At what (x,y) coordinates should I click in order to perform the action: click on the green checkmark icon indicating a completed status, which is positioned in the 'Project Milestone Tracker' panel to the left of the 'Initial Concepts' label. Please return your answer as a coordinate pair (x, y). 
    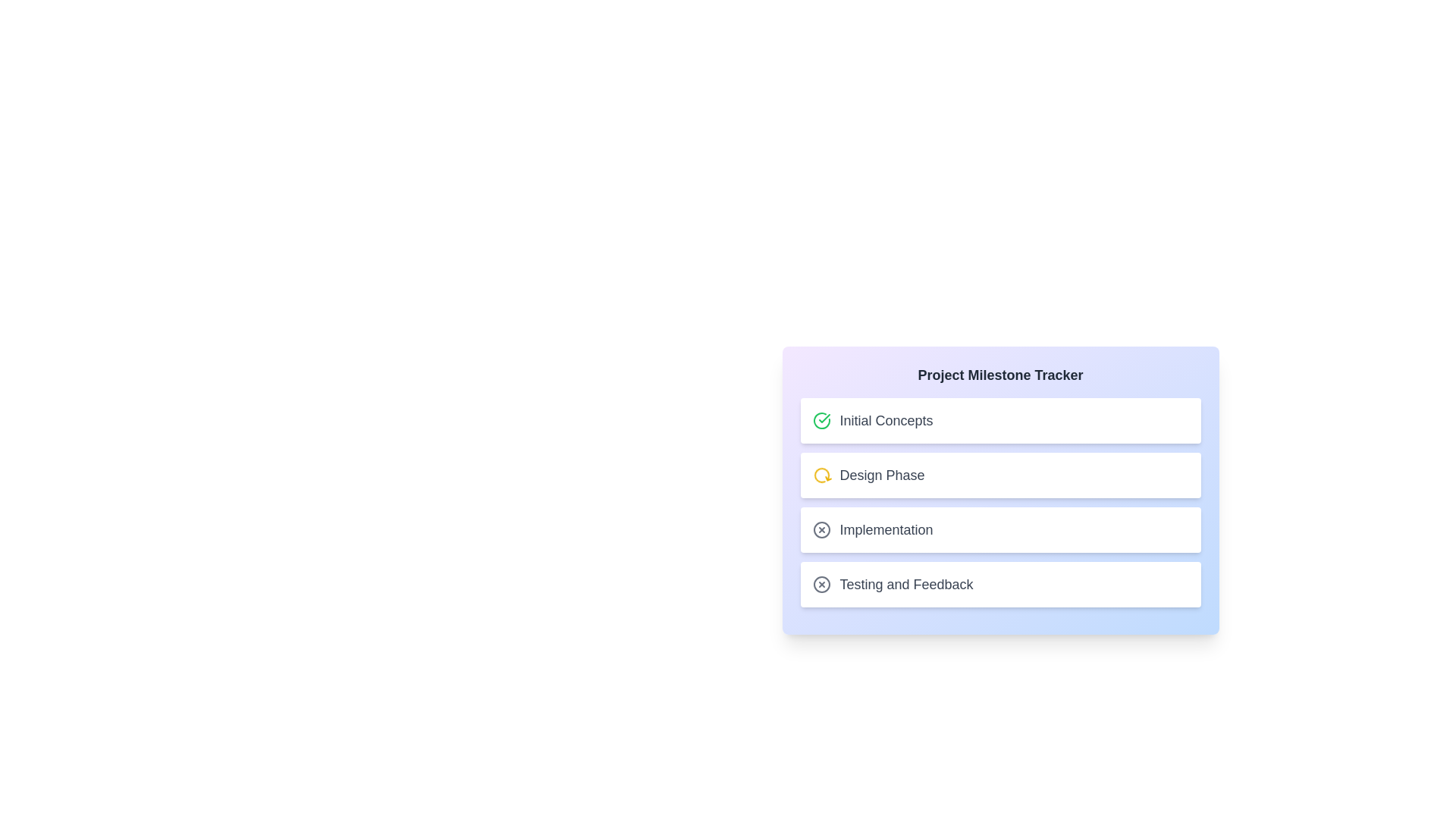
    Looking at the image, I should click on (823, 418).